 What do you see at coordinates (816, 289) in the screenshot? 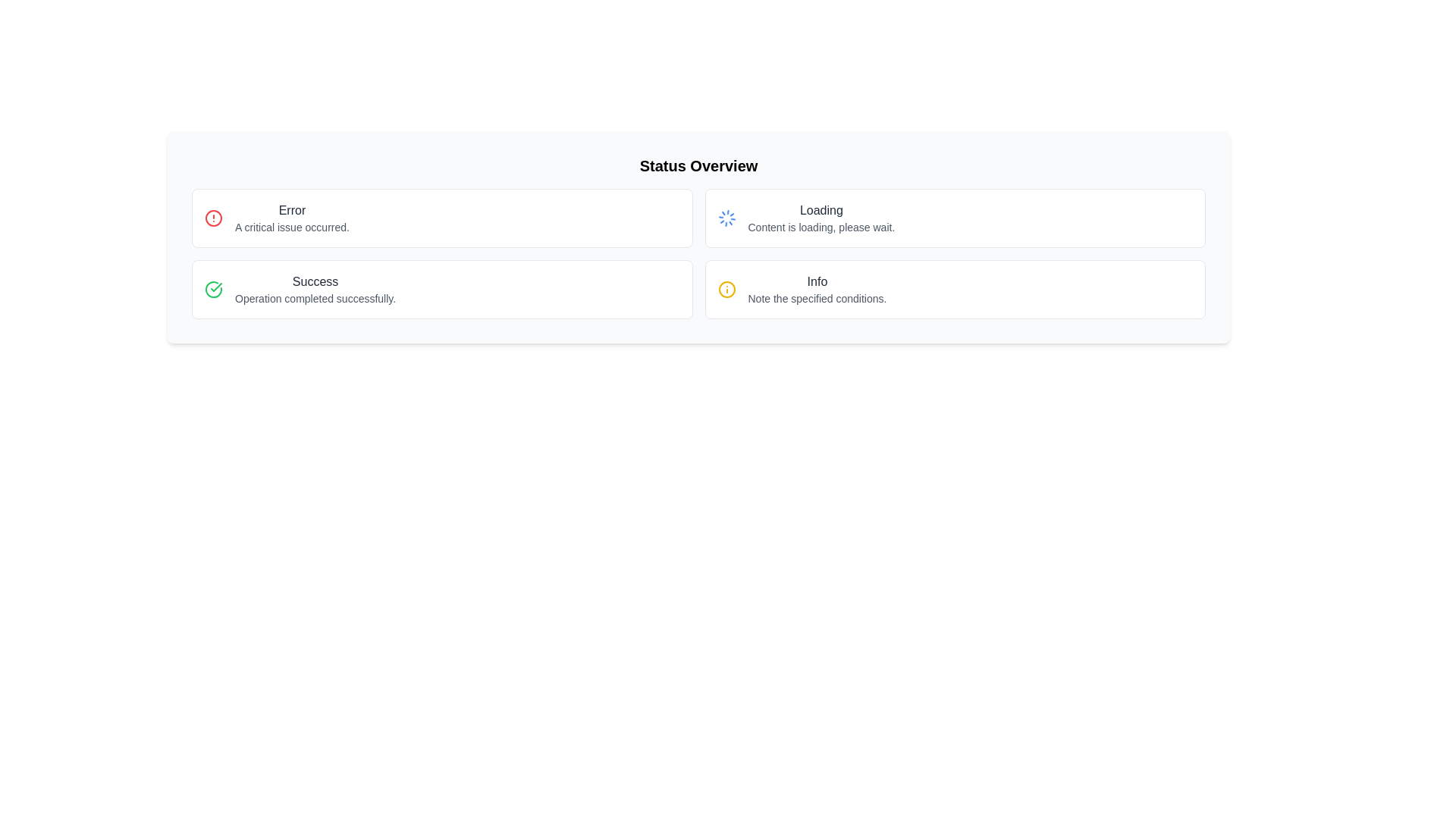
I see `the TextBlock located in the bottom-right card of the grid, which displays notifications and information, positioned below a yellow icon` at bounding box center [816, 289].